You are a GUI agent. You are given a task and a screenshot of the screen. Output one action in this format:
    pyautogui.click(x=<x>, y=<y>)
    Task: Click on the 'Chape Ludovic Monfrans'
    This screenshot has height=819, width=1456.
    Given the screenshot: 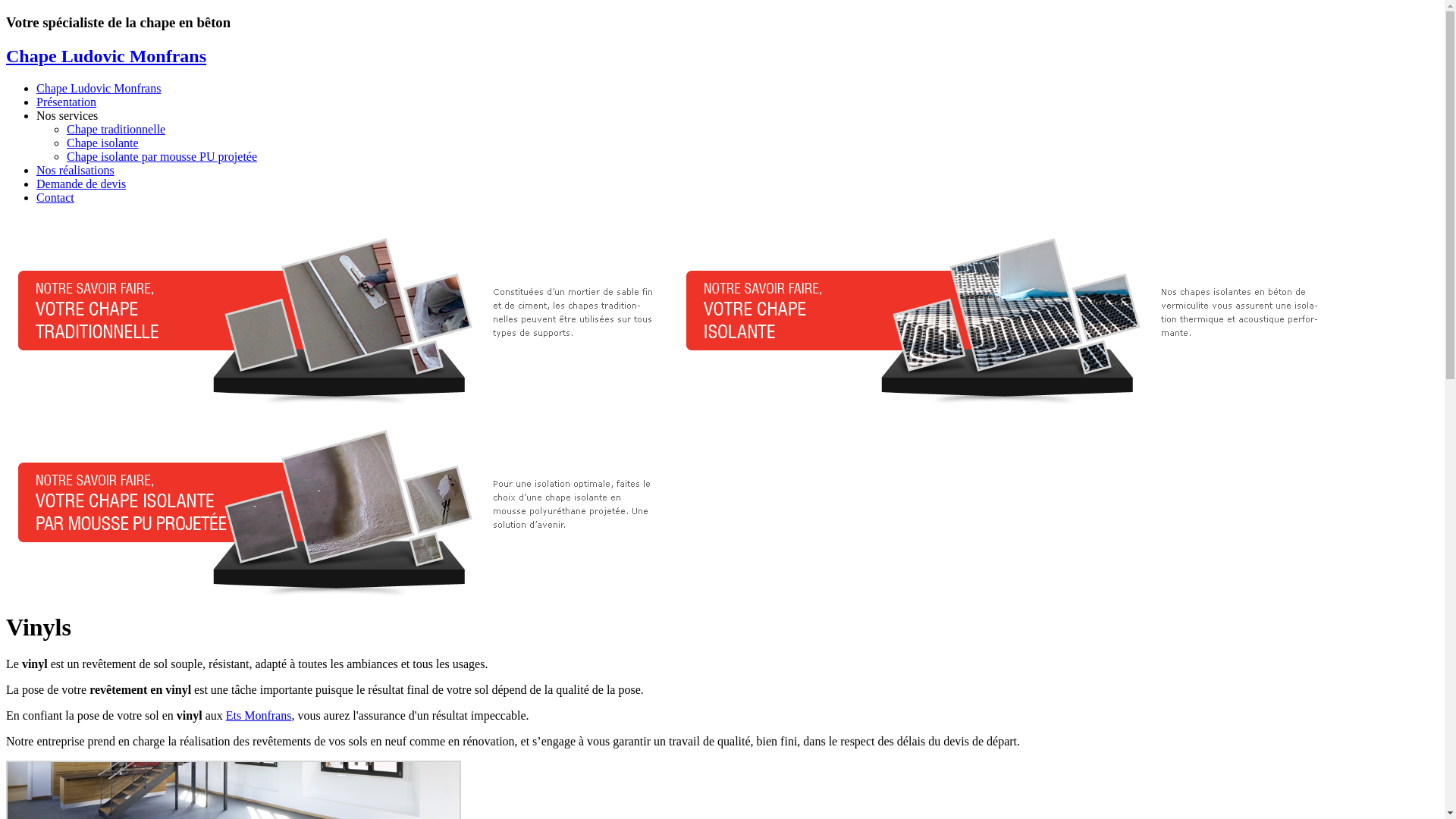 What is the action you would take?
    pyautogui.click(x=97, y=88)
    